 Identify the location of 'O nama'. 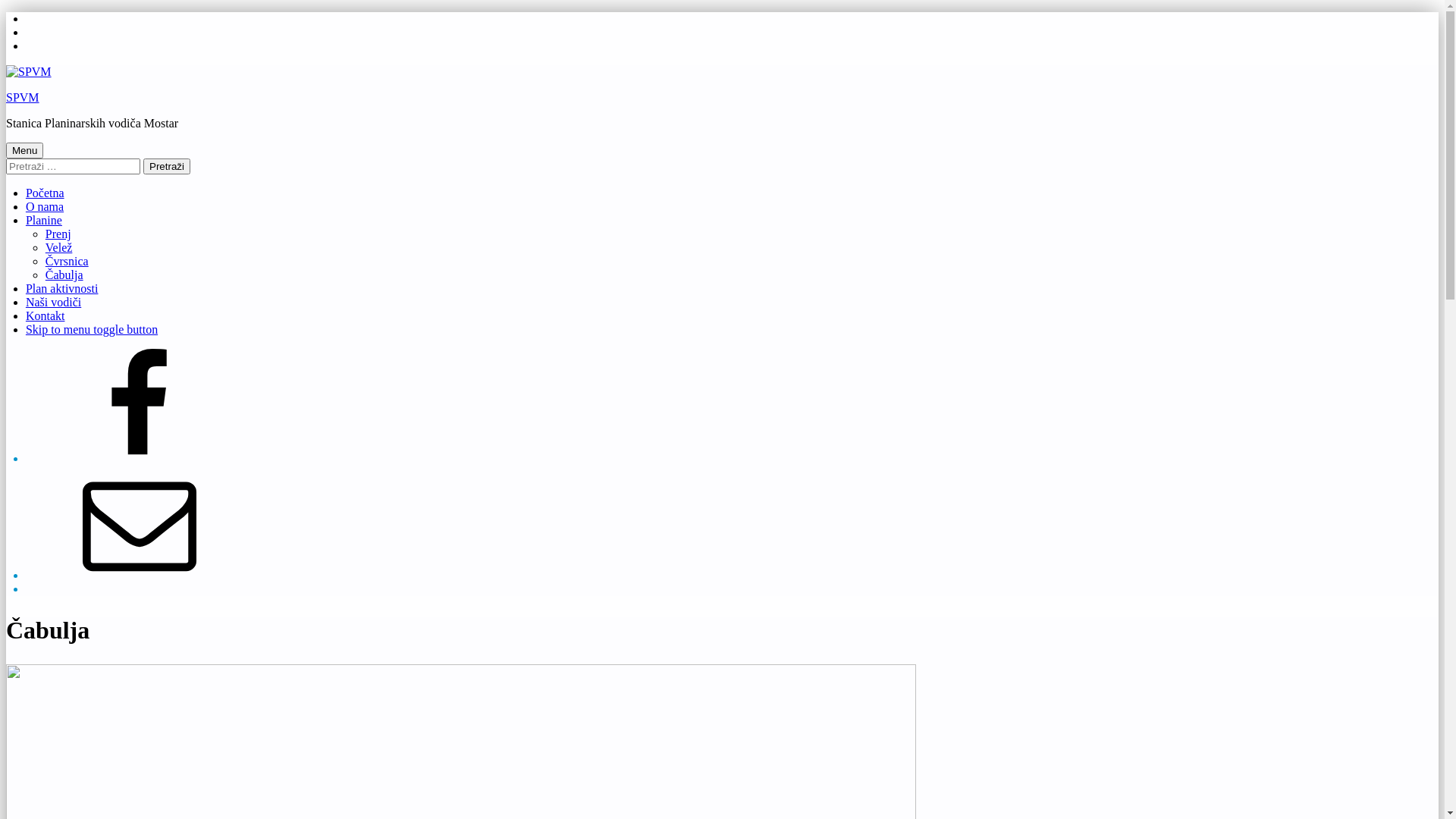
(44, 206).